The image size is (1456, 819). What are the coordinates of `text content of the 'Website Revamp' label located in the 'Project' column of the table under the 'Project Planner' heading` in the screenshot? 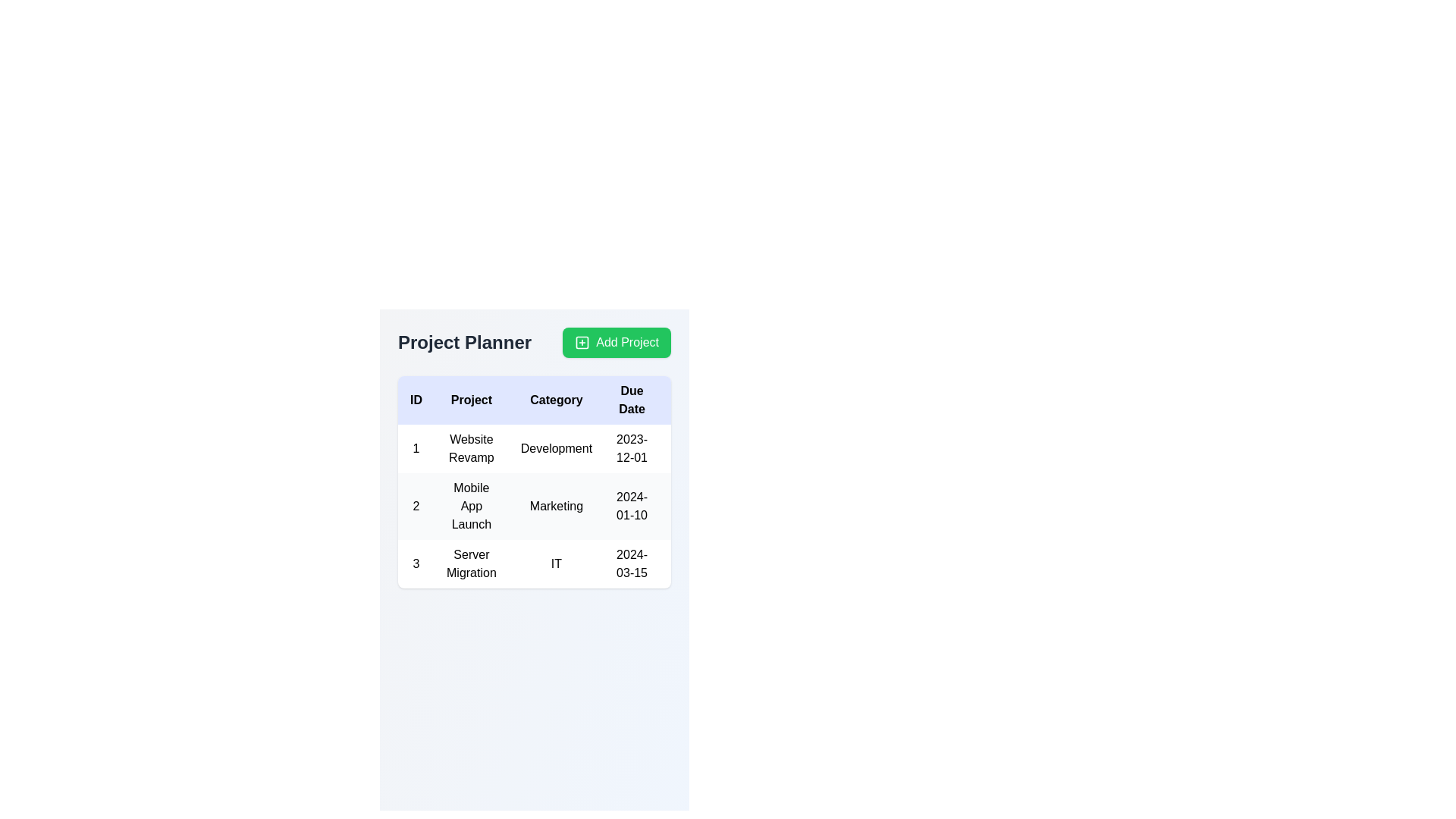 It's located at (470, 447).